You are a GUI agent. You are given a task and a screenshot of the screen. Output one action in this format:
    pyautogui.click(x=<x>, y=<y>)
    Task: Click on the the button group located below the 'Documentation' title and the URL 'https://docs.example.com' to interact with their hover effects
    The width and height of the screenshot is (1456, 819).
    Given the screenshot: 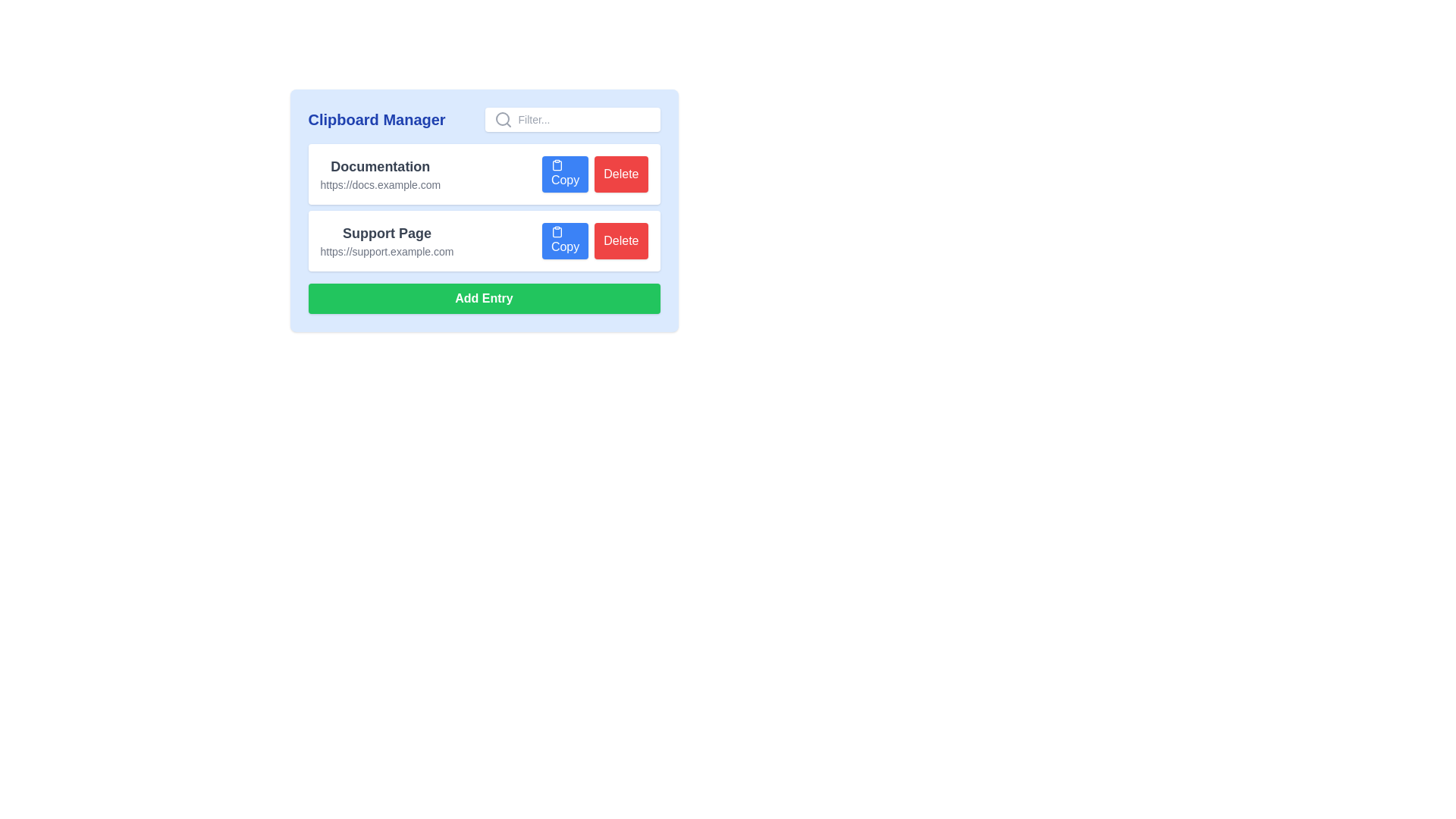 What is the action you would take?
    pyautogui.click(x=594, y=174)
    